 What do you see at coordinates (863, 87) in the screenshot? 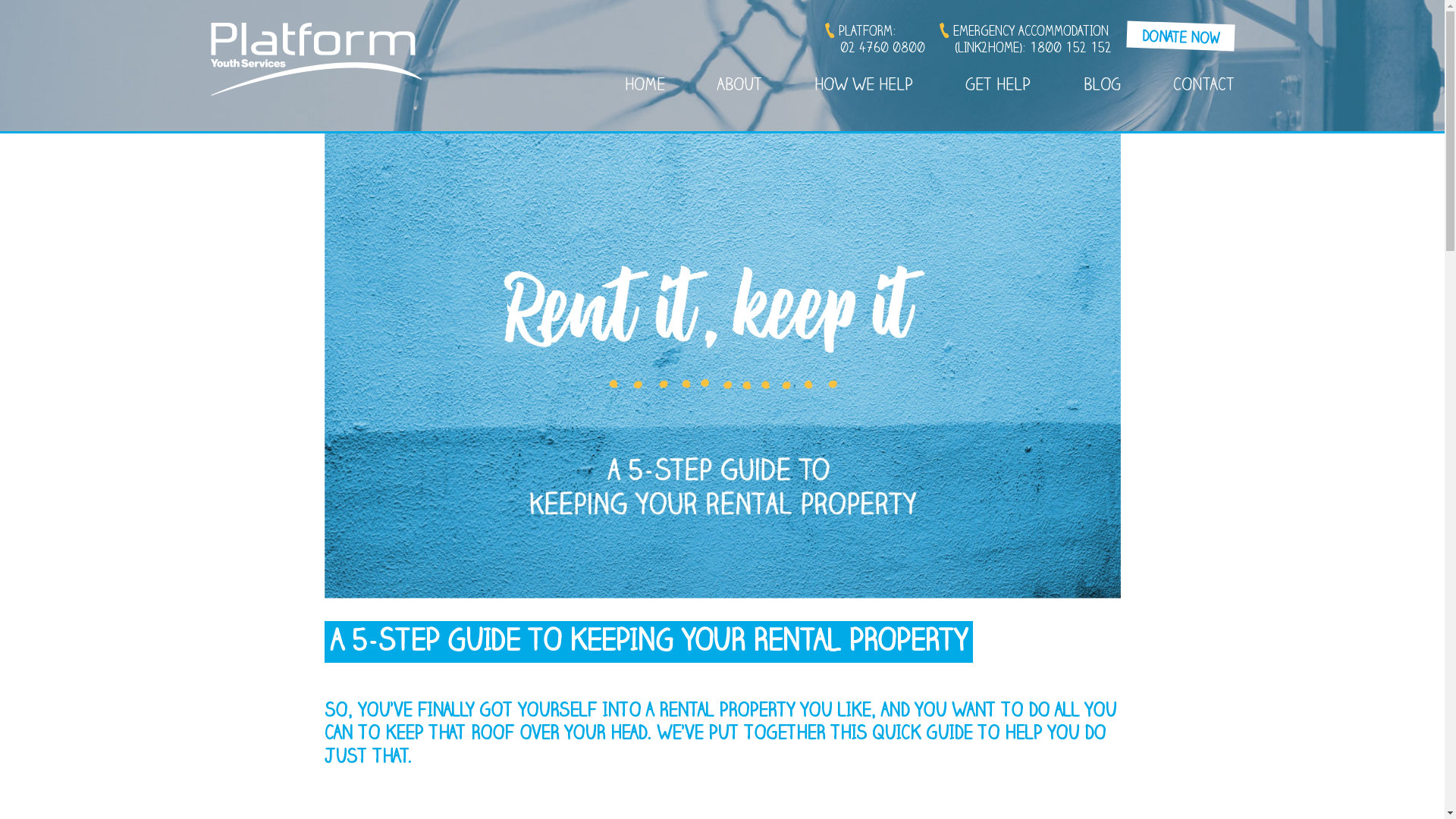
I see `'HOW WE HELP'` at bounding box center [863, 87].